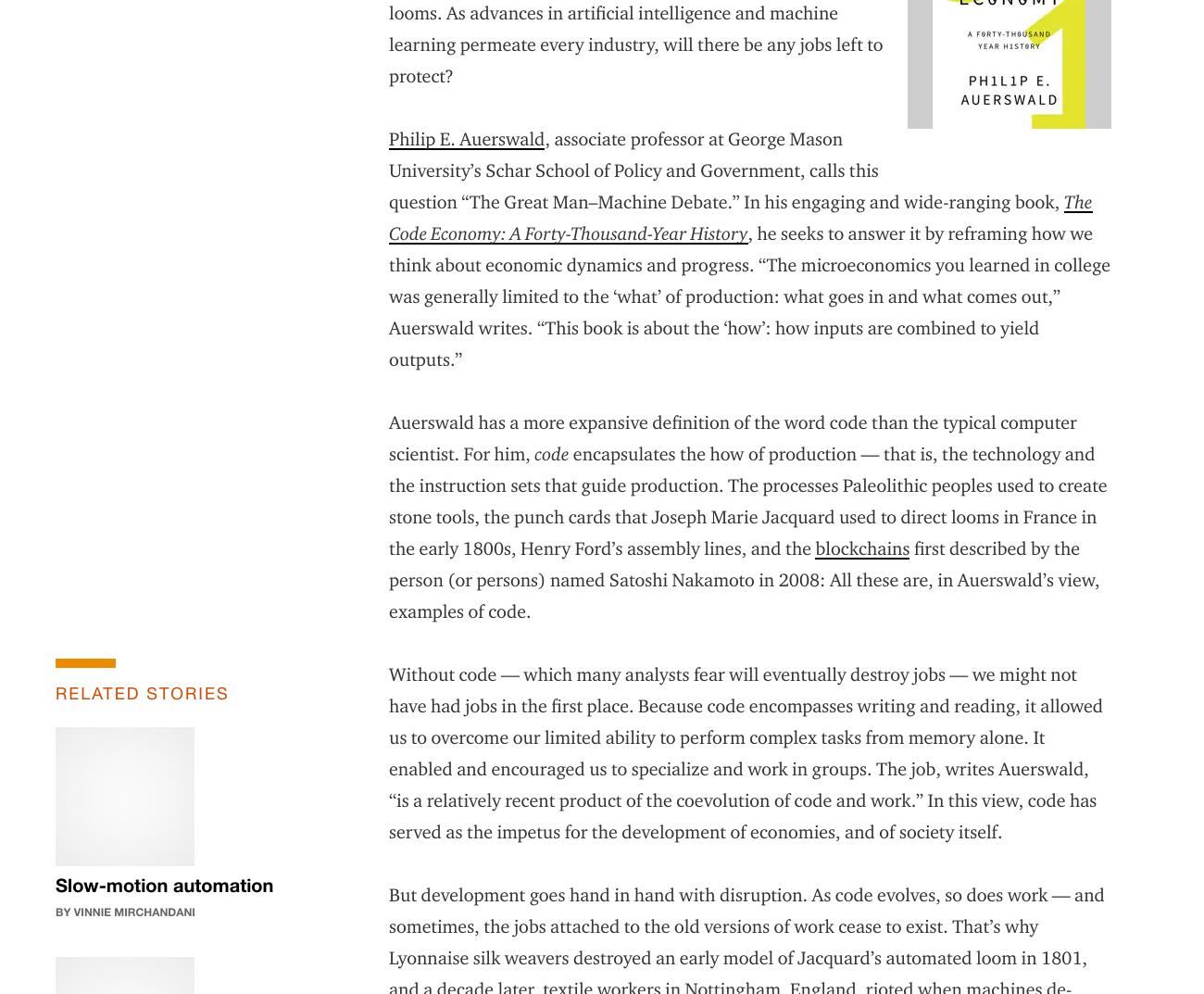  Describe the element at coordinates (848, 855) in the screenshot. I see `'Follow s+b on Facebook'` at that location.